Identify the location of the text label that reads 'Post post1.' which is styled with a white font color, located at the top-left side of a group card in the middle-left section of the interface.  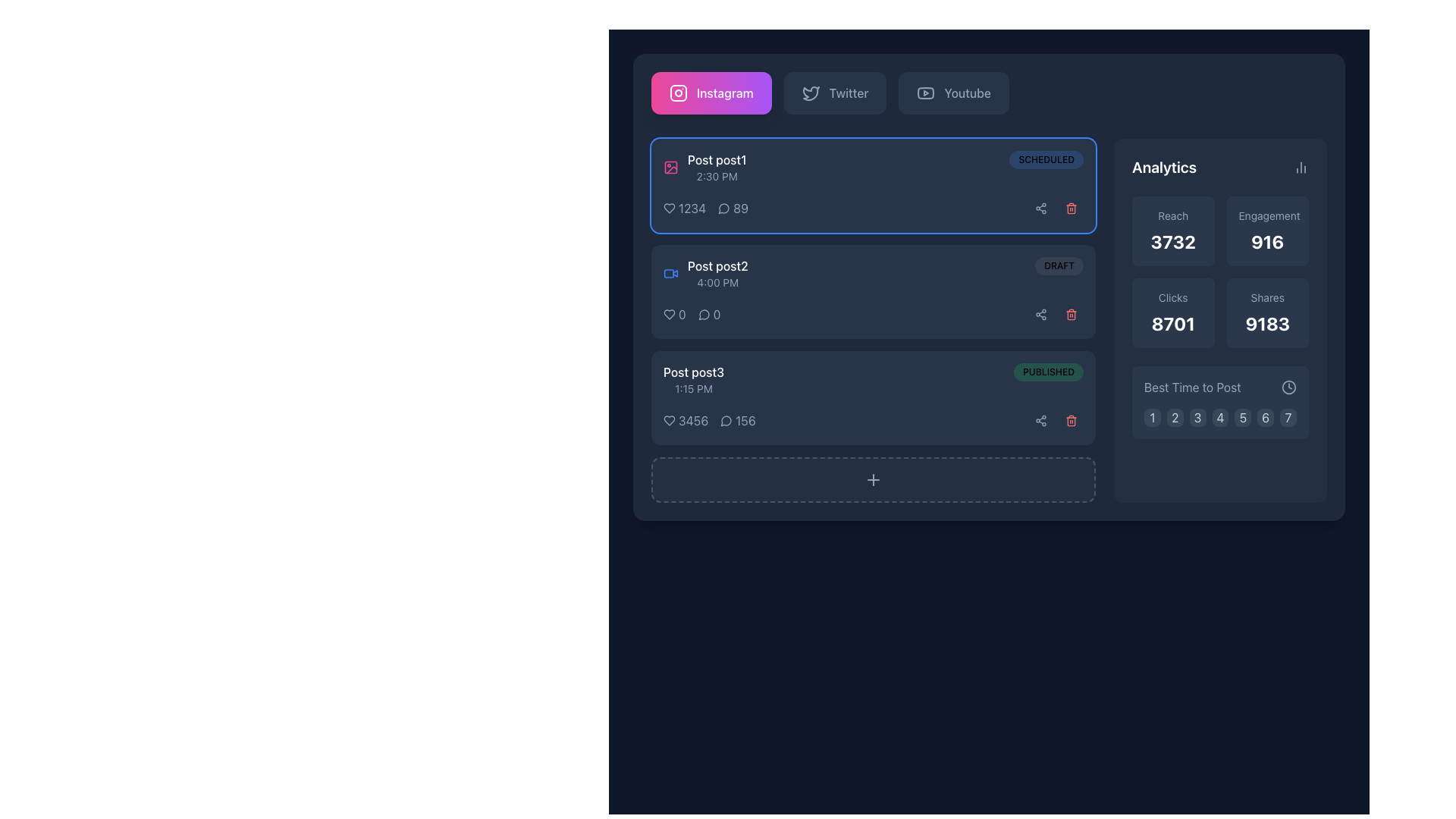
(716, 160).